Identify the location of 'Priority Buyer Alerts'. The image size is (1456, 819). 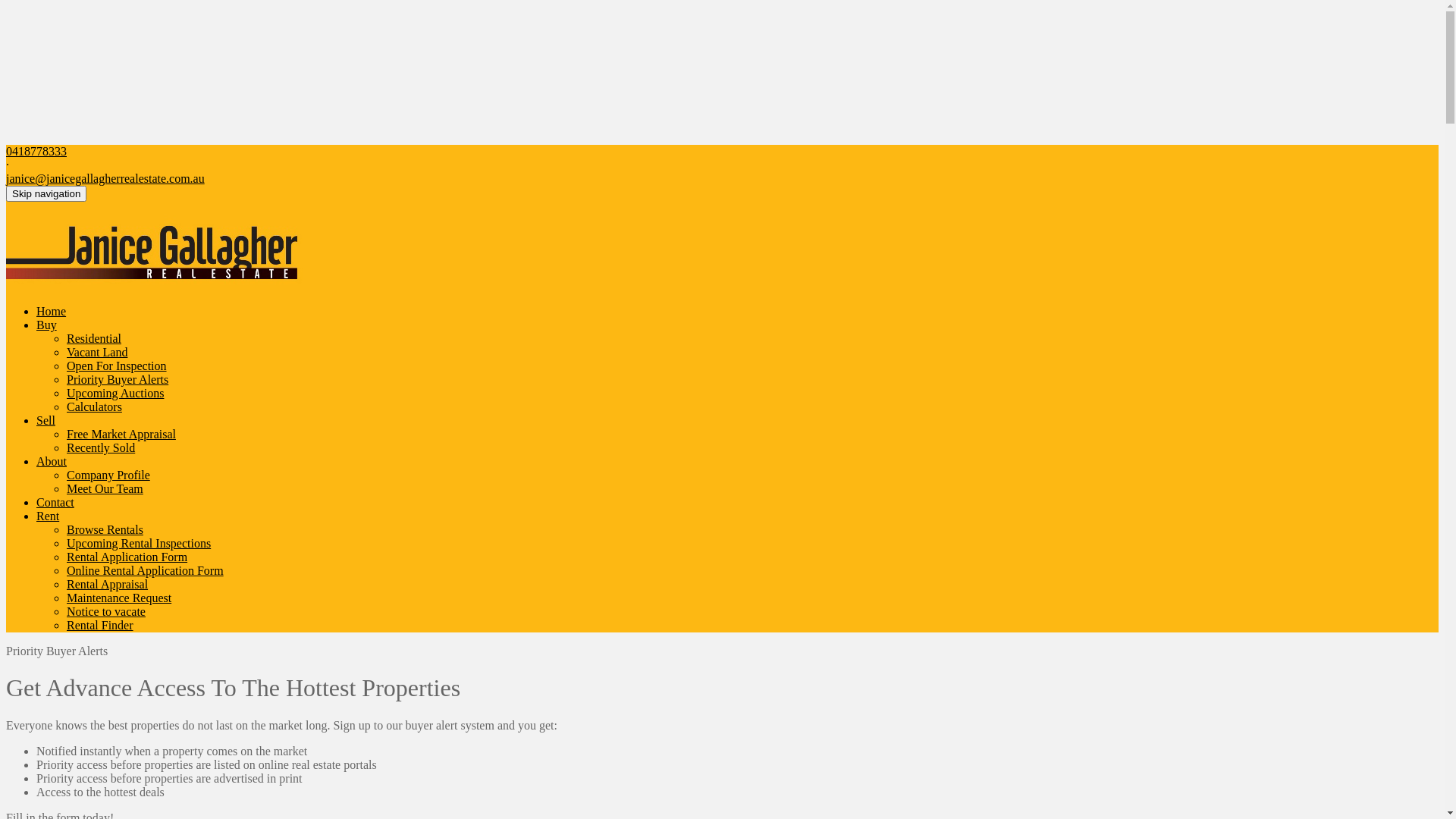
(65, 378).